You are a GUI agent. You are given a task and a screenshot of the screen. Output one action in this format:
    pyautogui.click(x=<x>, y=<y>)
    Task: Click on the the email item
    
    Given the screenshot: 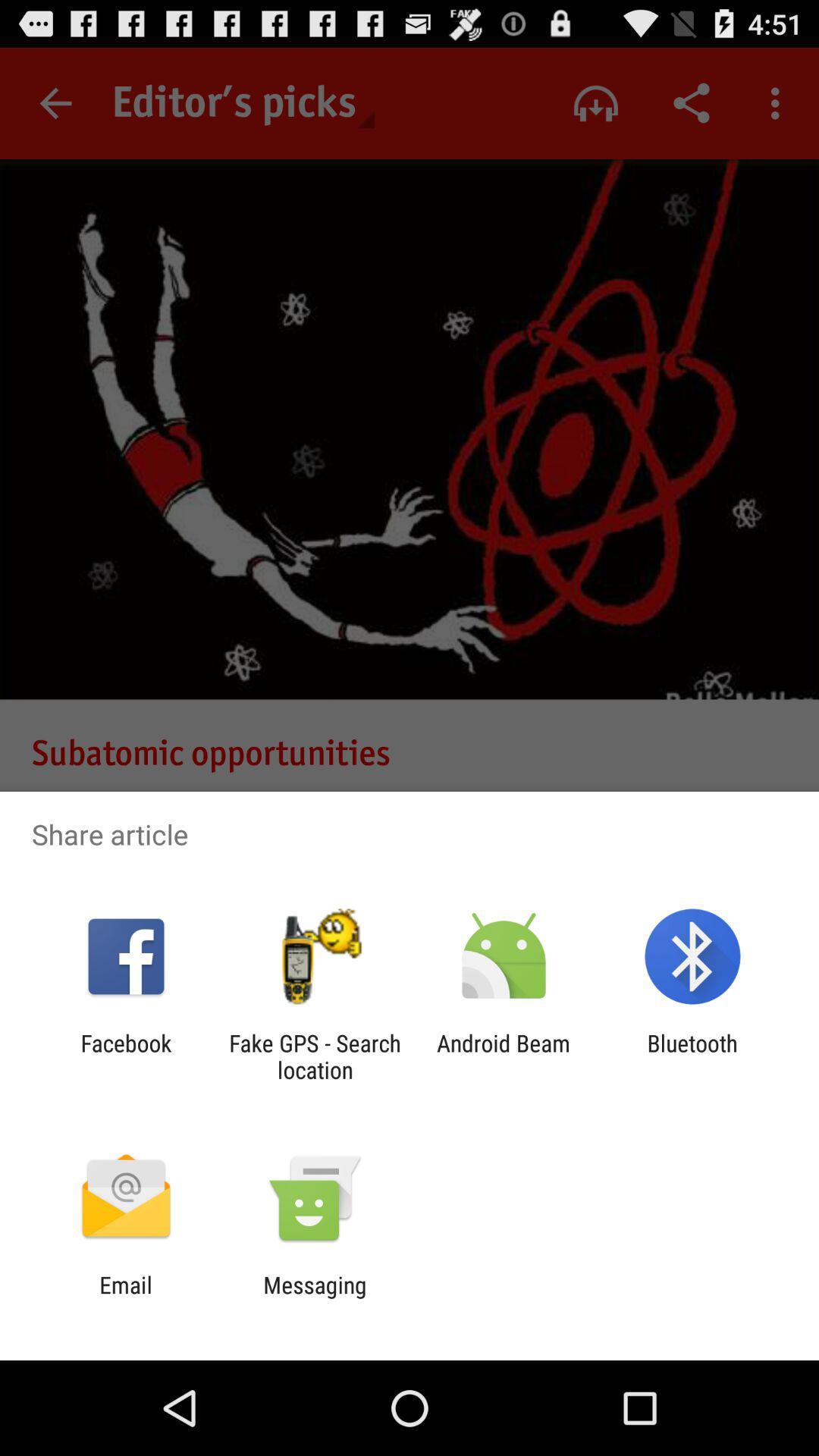 What is the action you would take?
    pyautogui.click(x=125, y=1298)
    